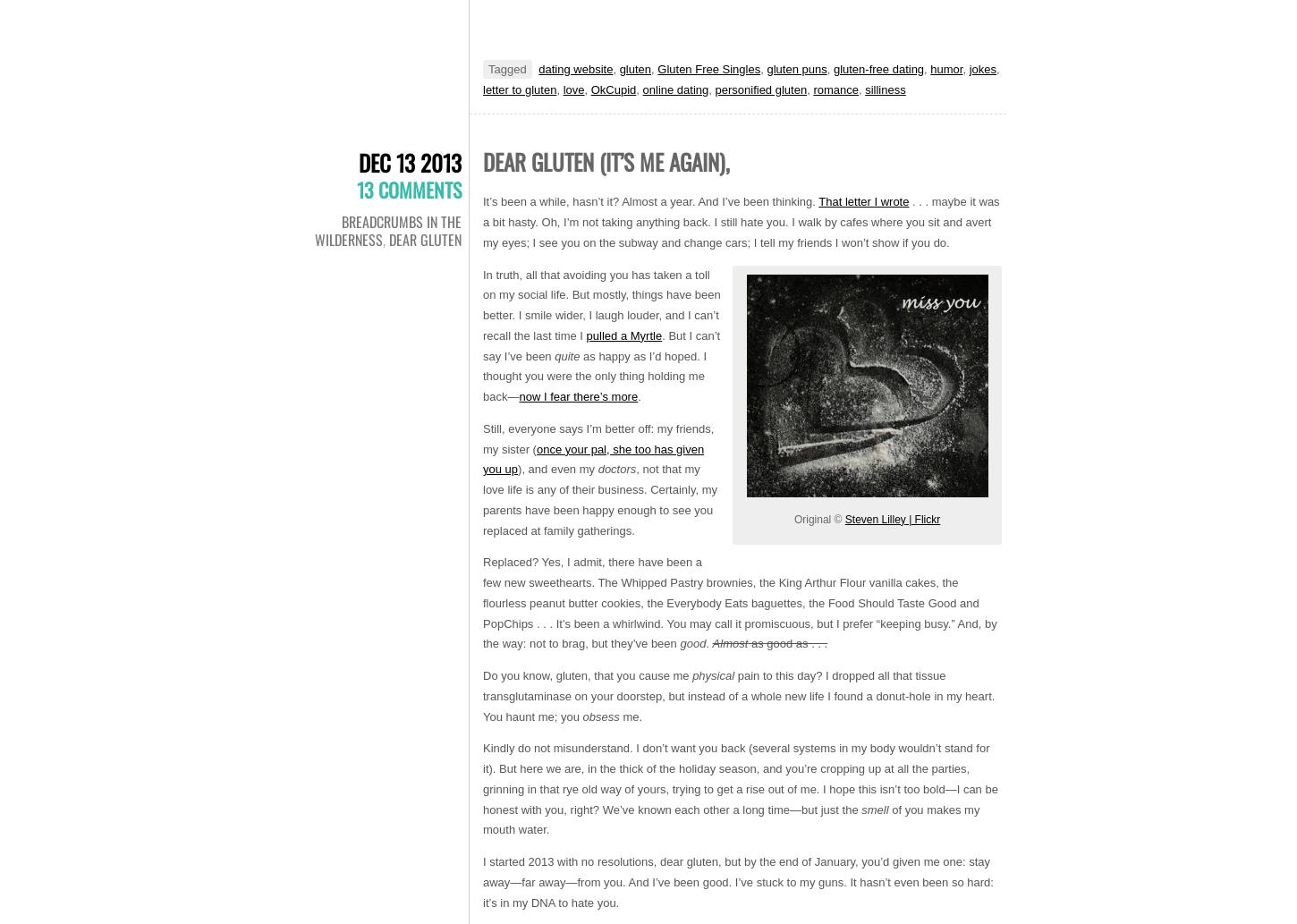 The image size is (1297, 924). Describe the element at coordinates (589, 89) in the screenshot. I see `'OkCupid'` at that location.